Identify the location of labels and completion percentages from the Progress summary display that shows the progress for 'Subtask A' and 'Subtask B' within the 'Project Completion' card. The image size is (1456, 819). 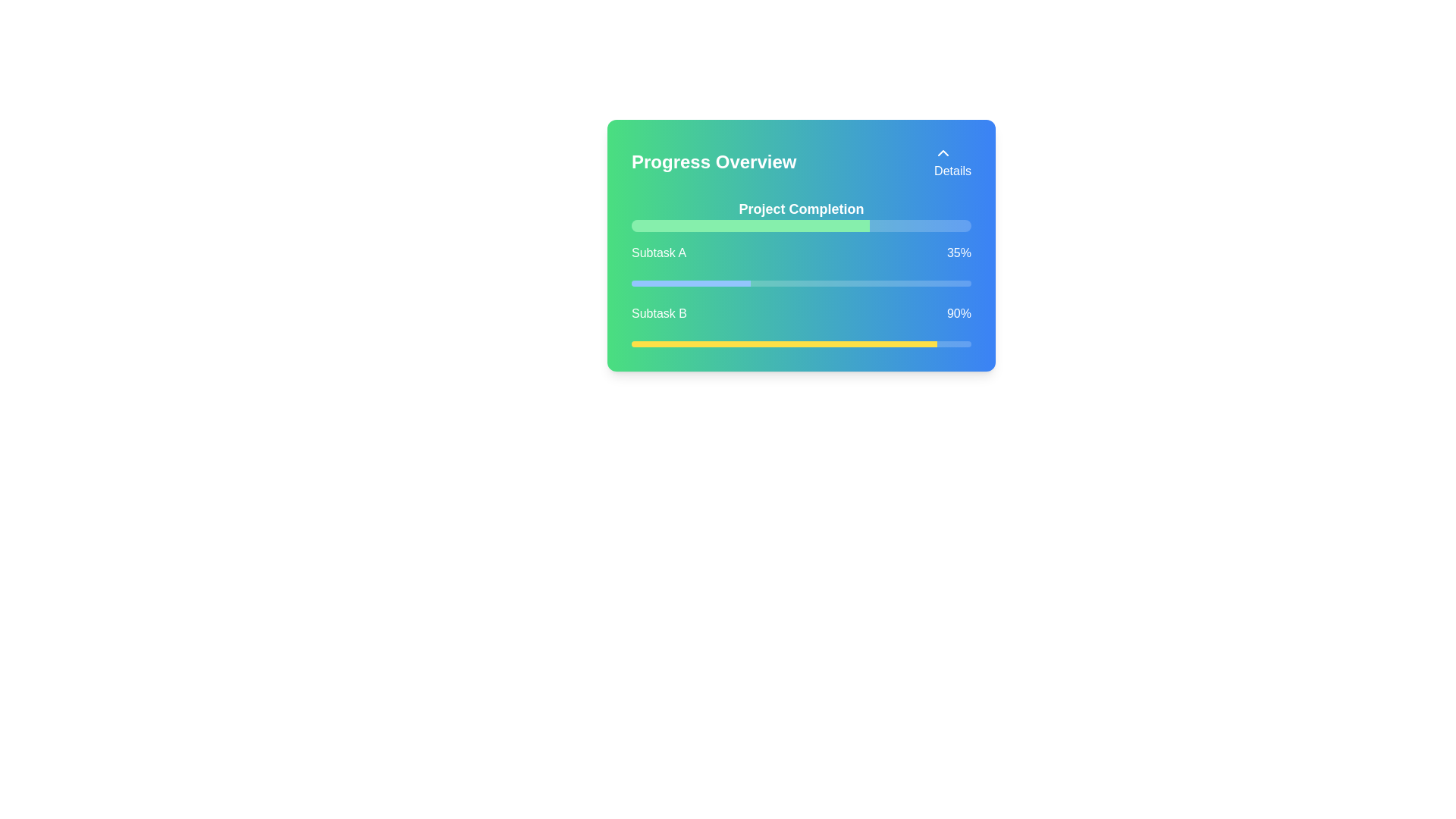
(800, 295).